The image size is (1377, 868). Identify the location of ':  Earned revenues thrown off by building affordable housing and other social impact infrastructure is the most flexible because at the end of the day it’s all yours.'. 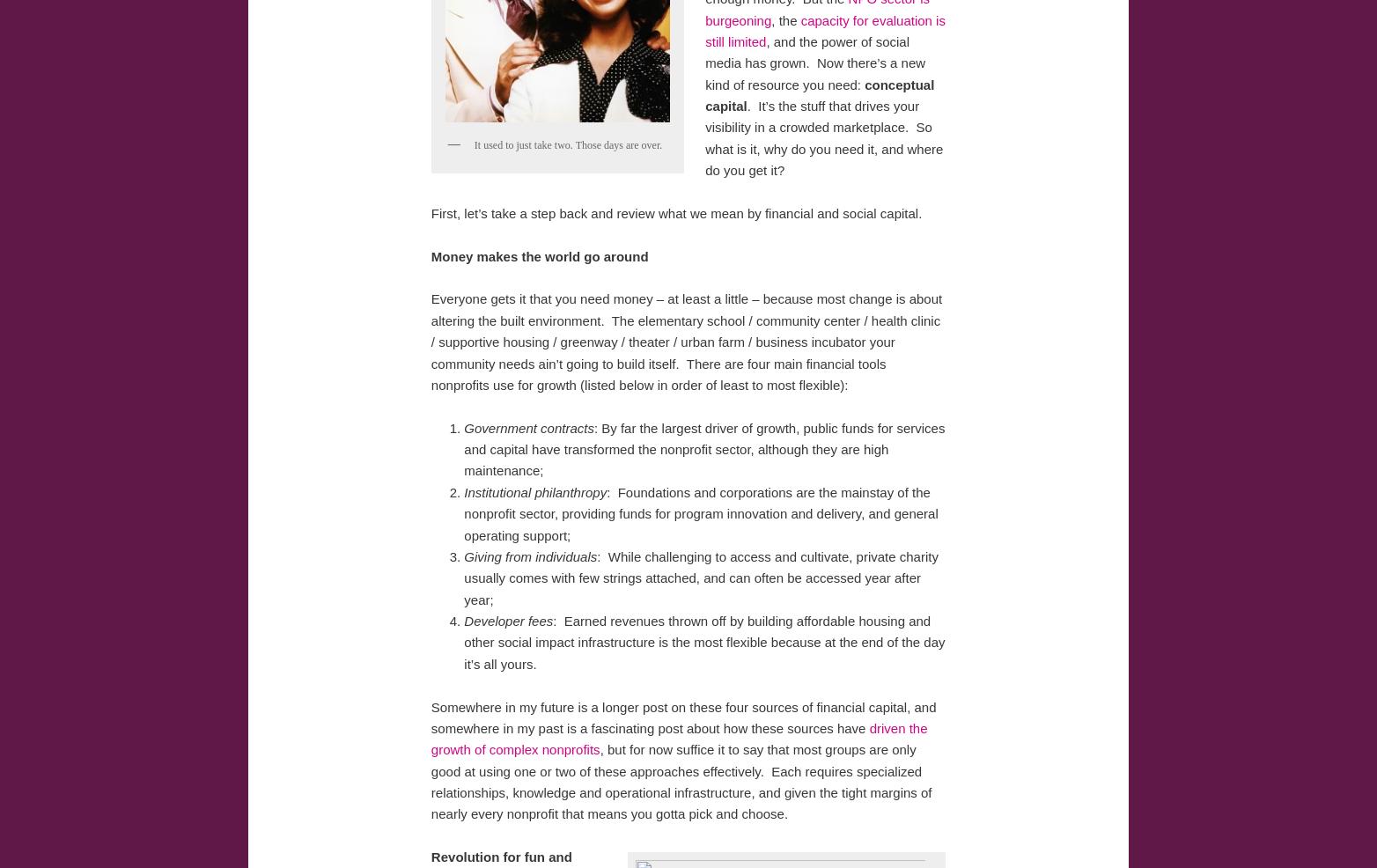
(703, 641).